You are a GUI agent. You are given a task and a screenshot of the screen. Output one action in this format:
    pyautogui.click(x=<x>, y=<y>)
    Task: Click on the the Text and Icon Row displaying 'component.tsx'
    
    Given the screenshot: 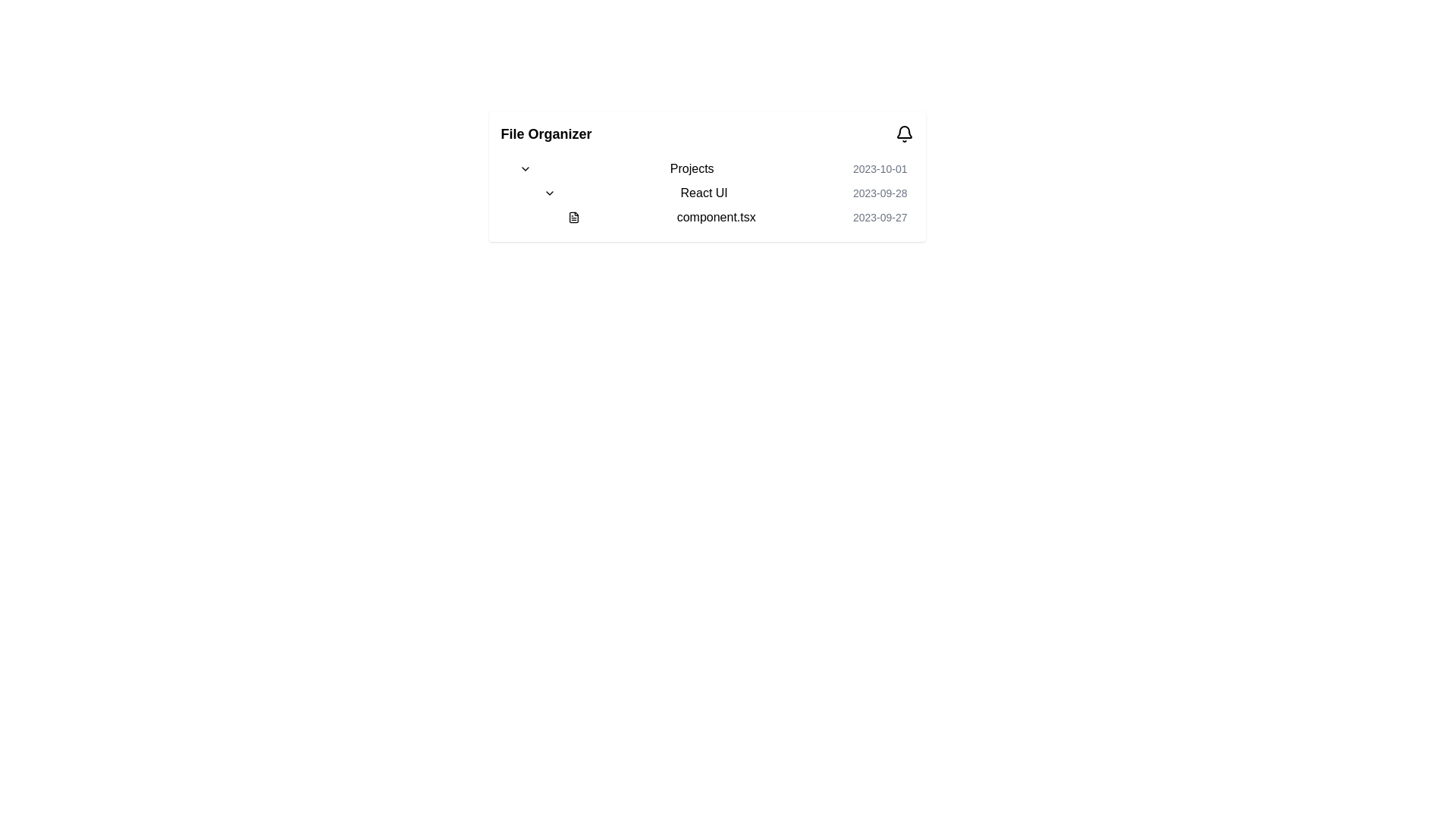 What is the action you would take?
    pyautogui.click(x=731, y=217)
    